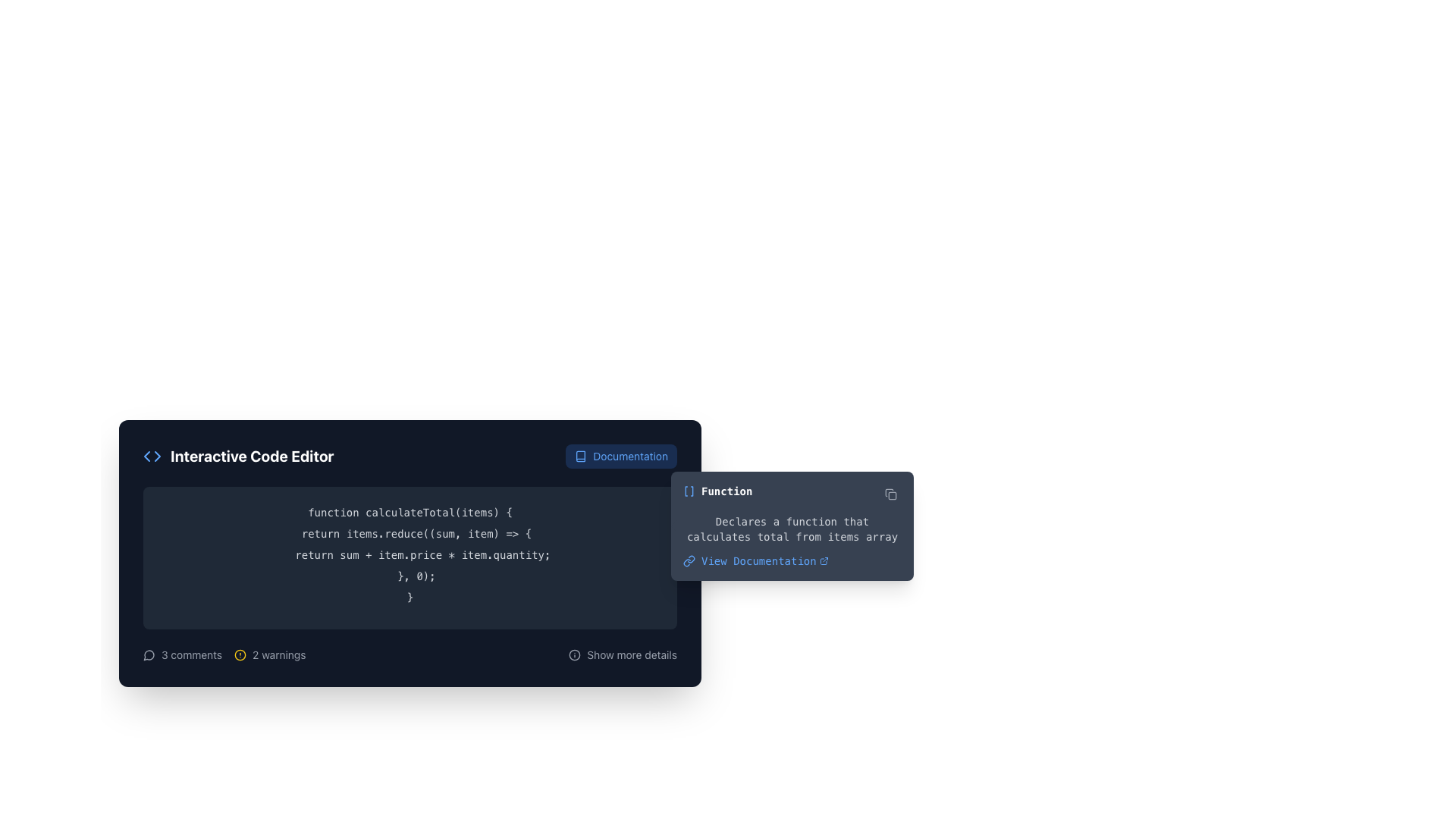 The width and height of the screenshot is (1456, 819). Describe the element at coordinates (688, 561) in the screenshot. I see `the hyperlink icon (SVG graphic) which is positioned to the left and slightly above the 'View Documentation' text link` at that location.